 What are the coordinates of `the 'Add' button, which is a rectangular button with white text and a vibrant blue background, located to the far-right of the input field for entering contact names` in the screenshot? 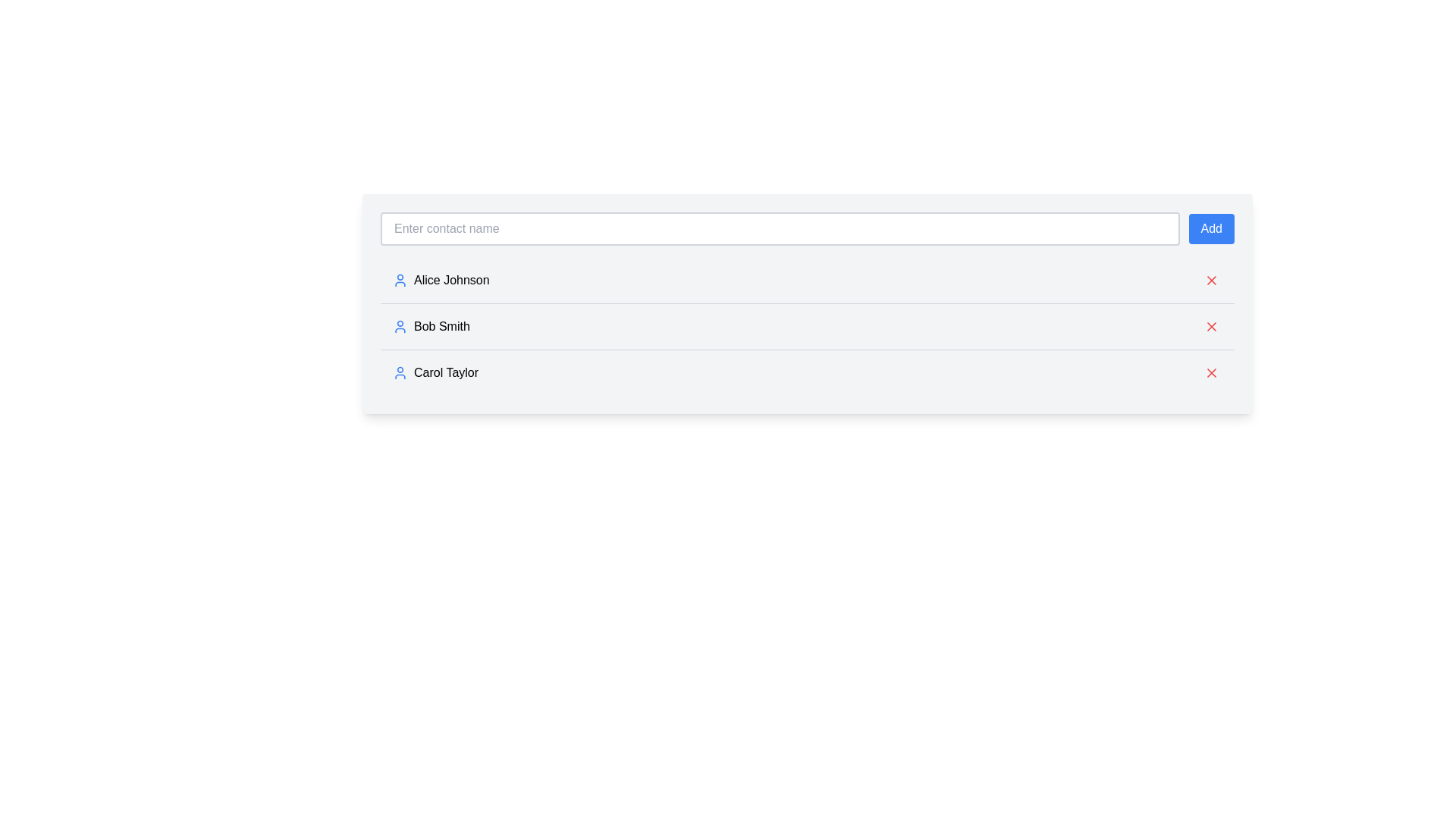 It's located at (1210, 228).